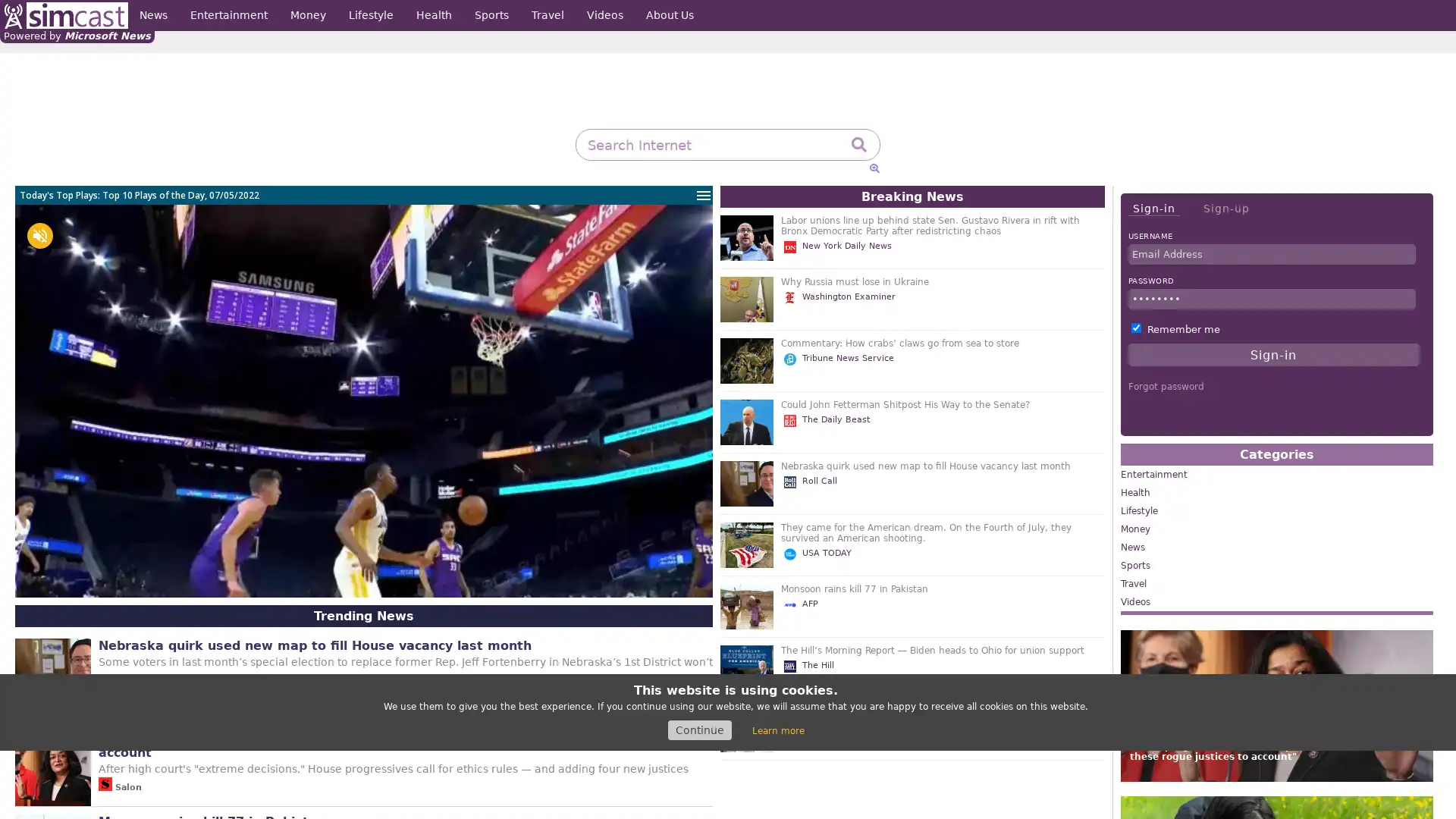  I want to click on Sign-in, so click(1273, 354).